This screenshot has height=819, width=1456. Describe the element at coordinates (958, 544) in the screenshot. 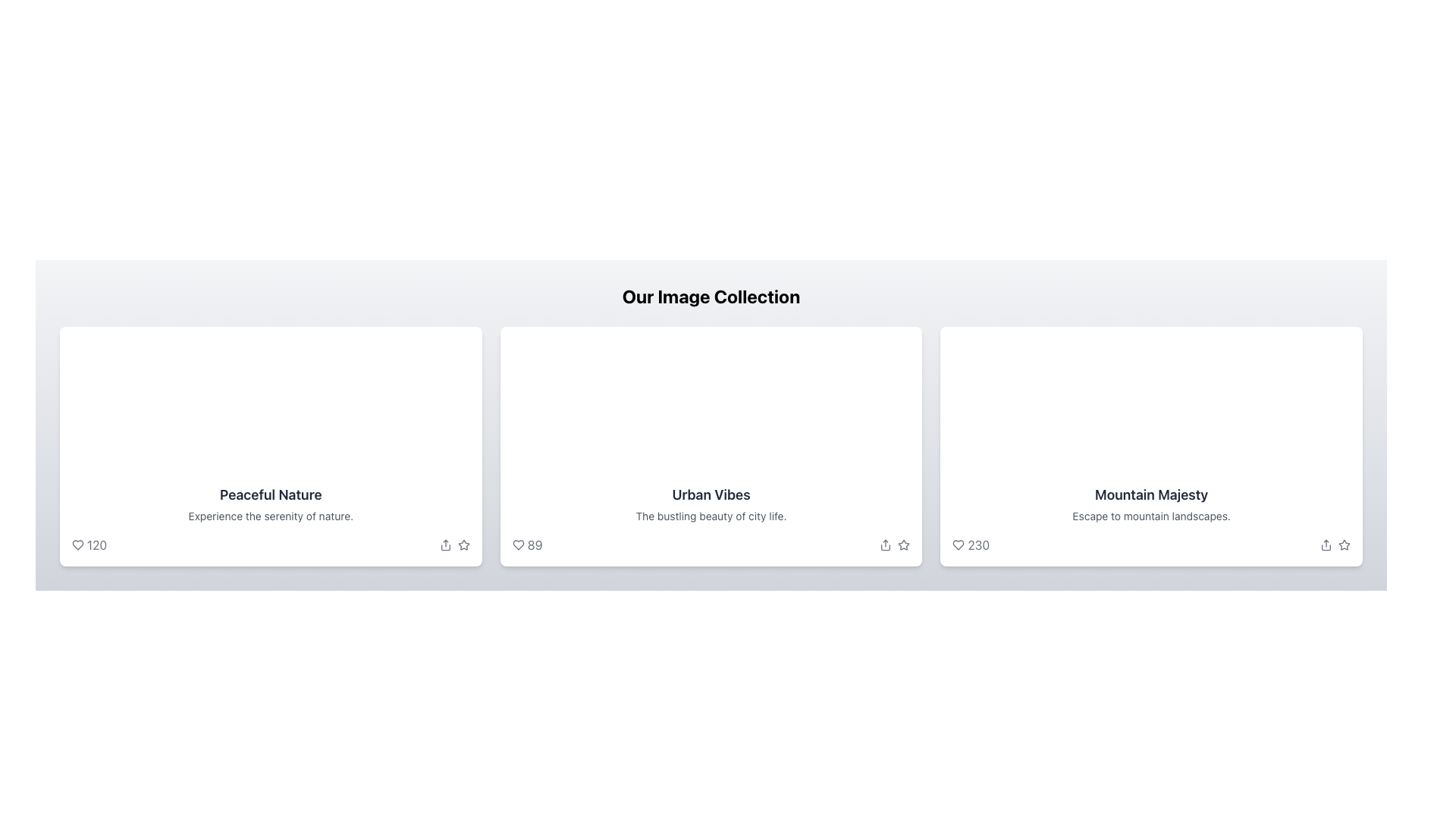

I see `the heart icon located in the bottom-right corner of the 'Mountain Majesty' card` at that location.